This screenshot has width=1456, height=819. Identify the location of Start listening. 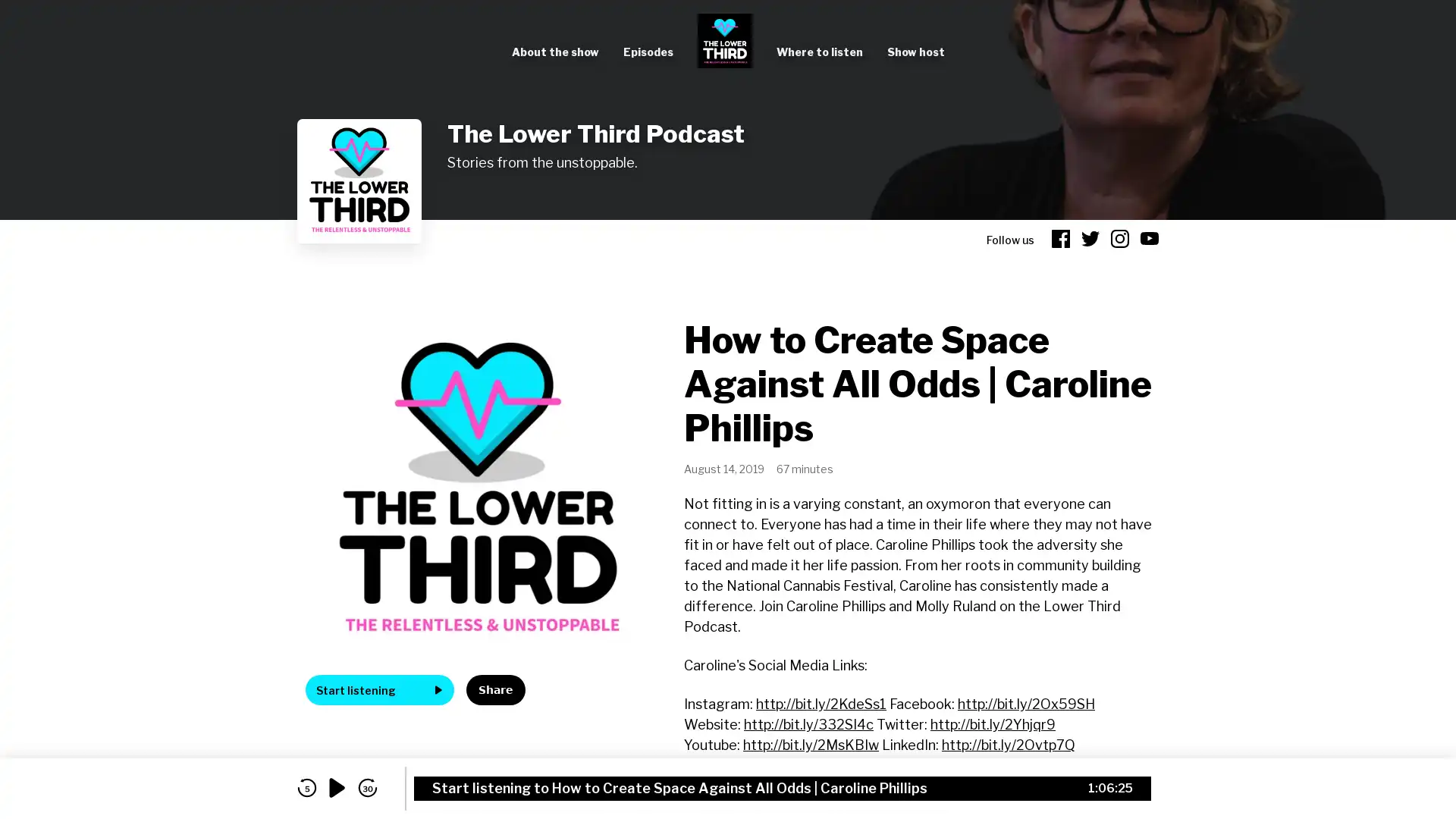
(379, 690).